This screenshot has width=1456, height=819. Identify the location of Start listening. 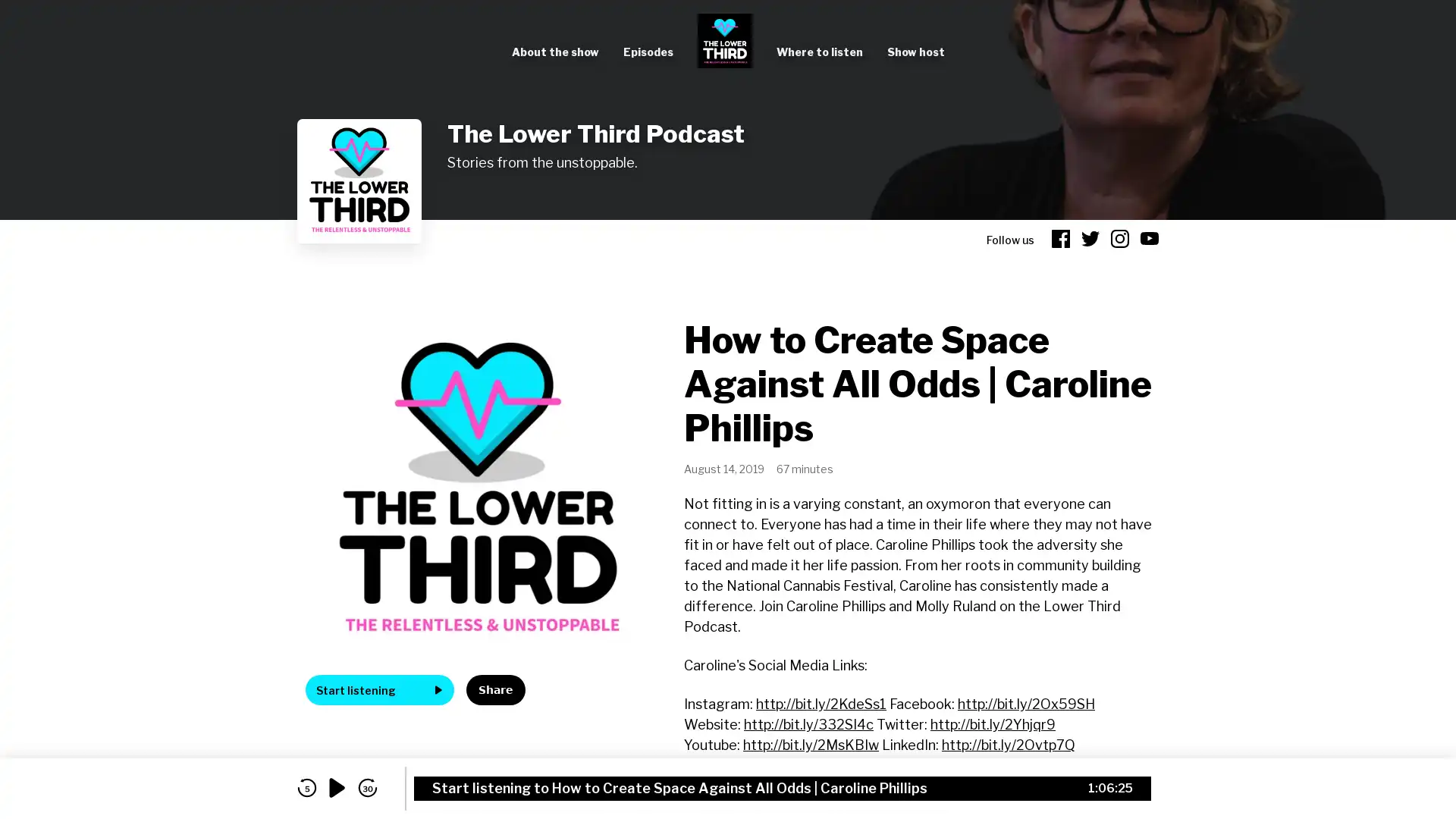
(379, 690).